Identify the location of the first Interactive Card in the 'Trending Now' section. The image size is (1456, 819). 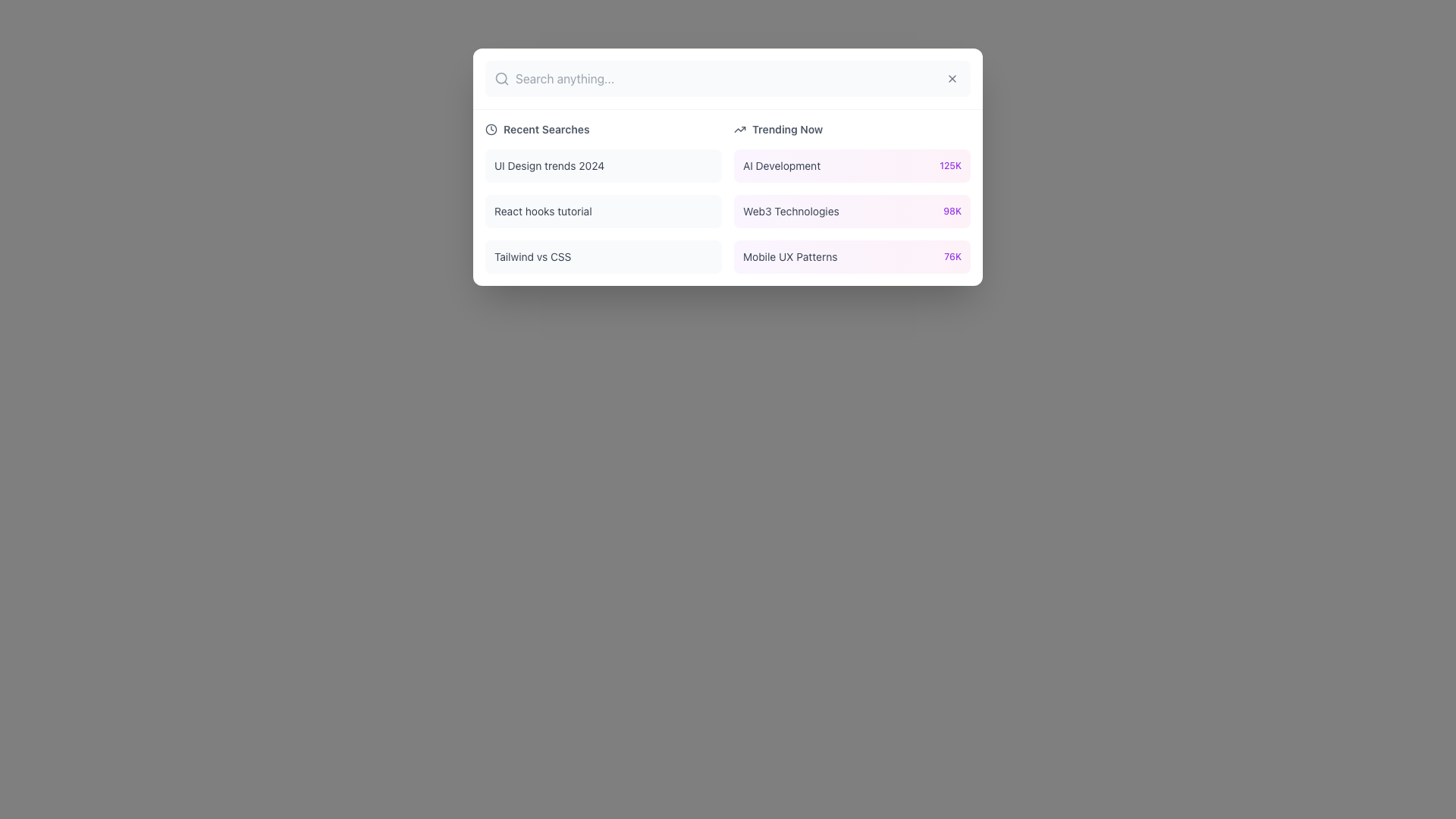
(852, 166).